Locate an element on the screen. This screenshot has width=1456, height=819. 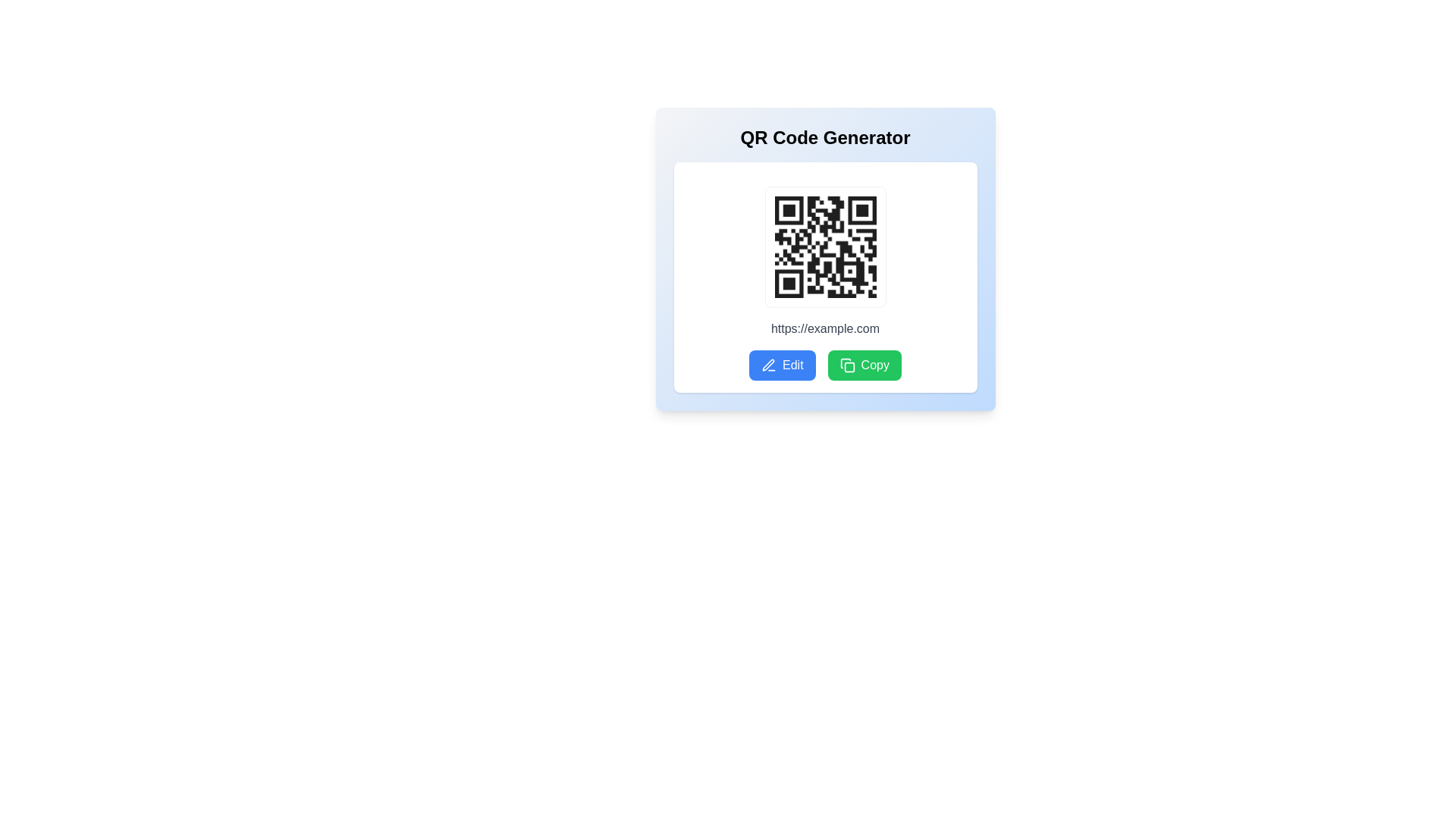
the 'Copy' button located is located at coordinates (864, 366).